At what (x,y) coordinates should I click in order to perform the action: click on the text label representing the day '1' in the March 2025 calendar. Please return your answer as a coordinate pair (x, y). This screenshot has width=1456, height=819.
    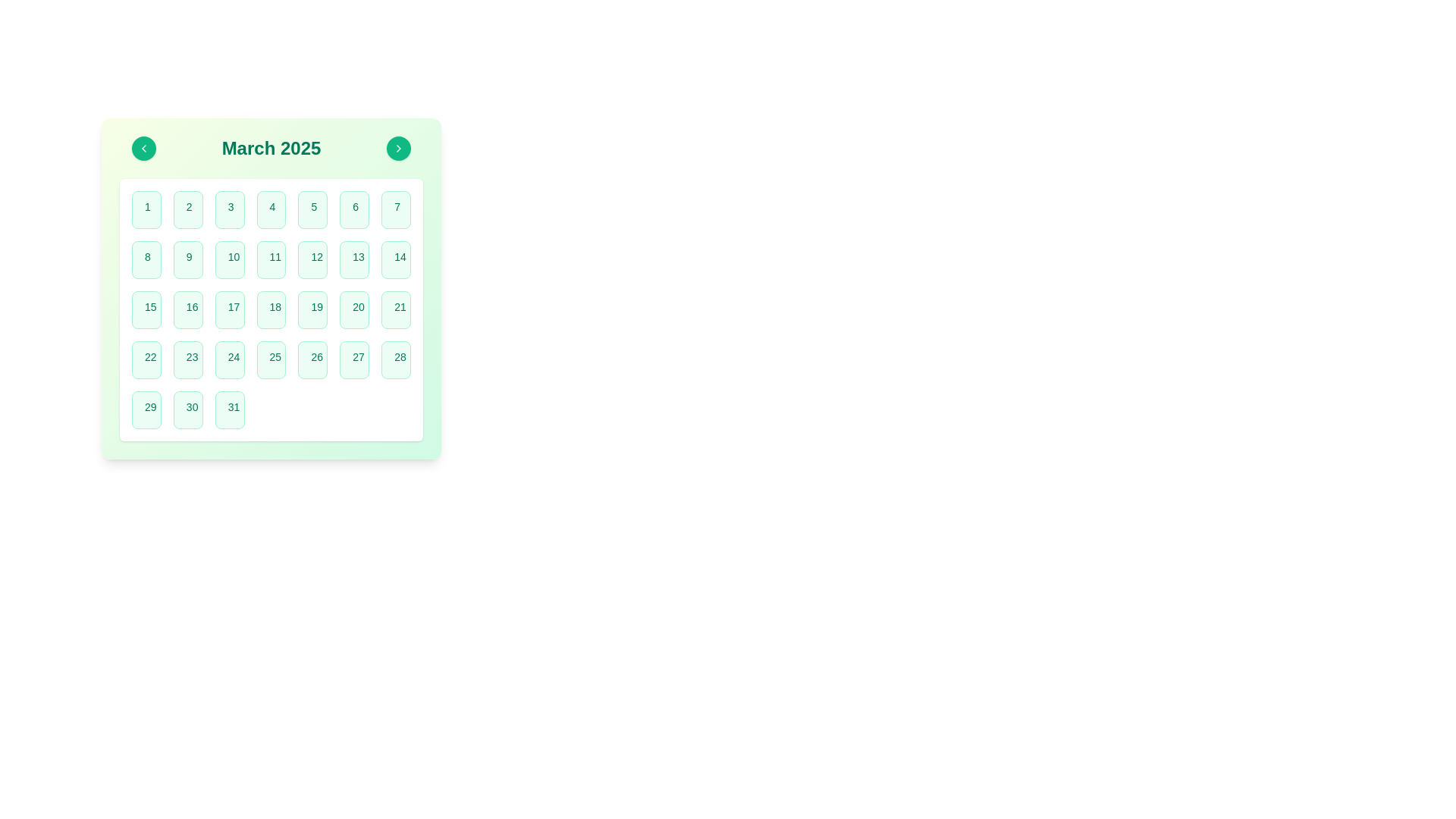
    Looking at the image, I should click on (147, 207).